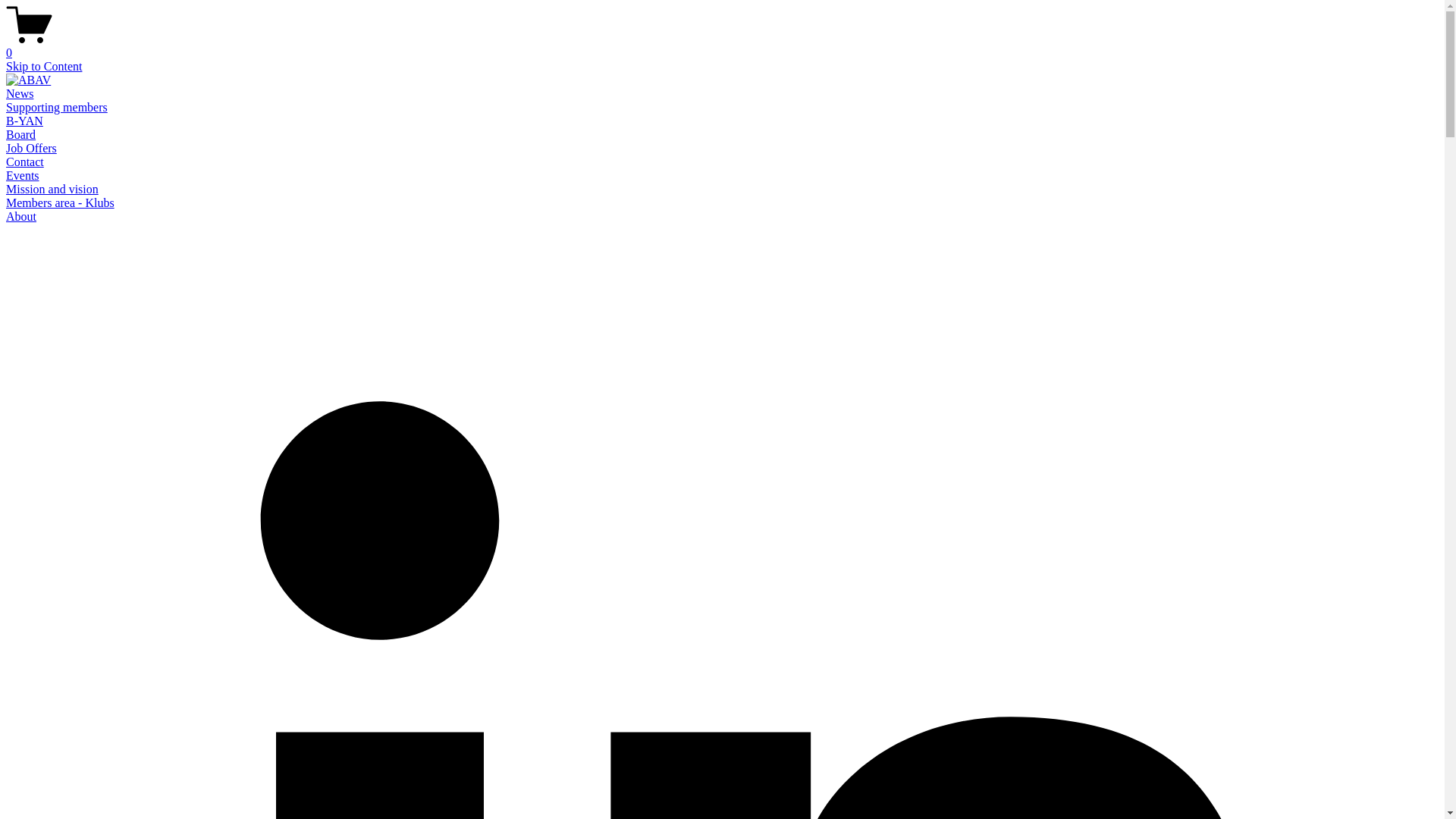 The height and width of the screenshot is (819, 1456). What do you see at coordinates (6, 120) in the screenshot?
I see `'B-YAN'` at bounding box center [6, 120].